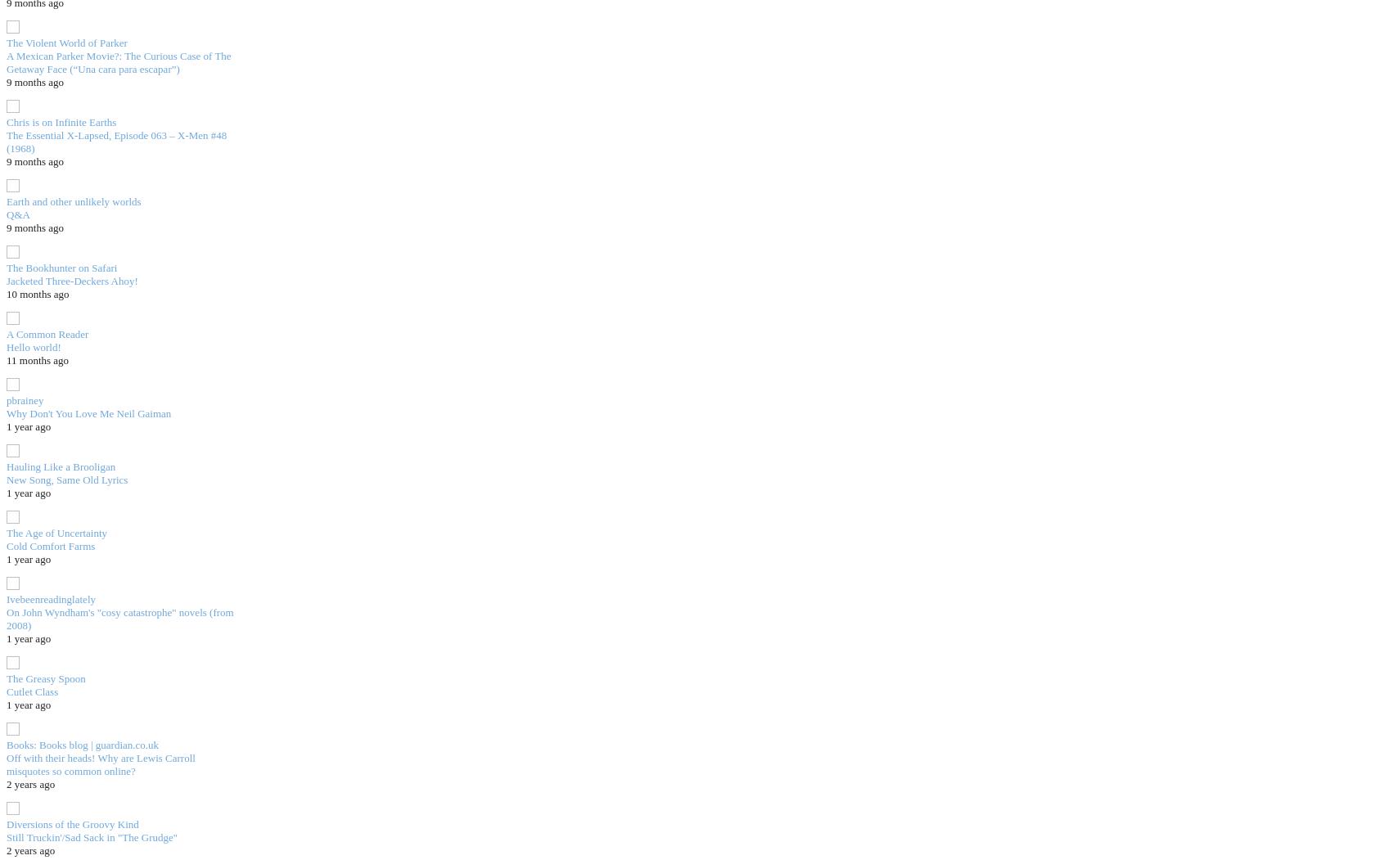  What do you see at coordinates (56, 532) in the screenshot?
I see `'The Age of Uncertainty'` at bounding box center [56, 532].